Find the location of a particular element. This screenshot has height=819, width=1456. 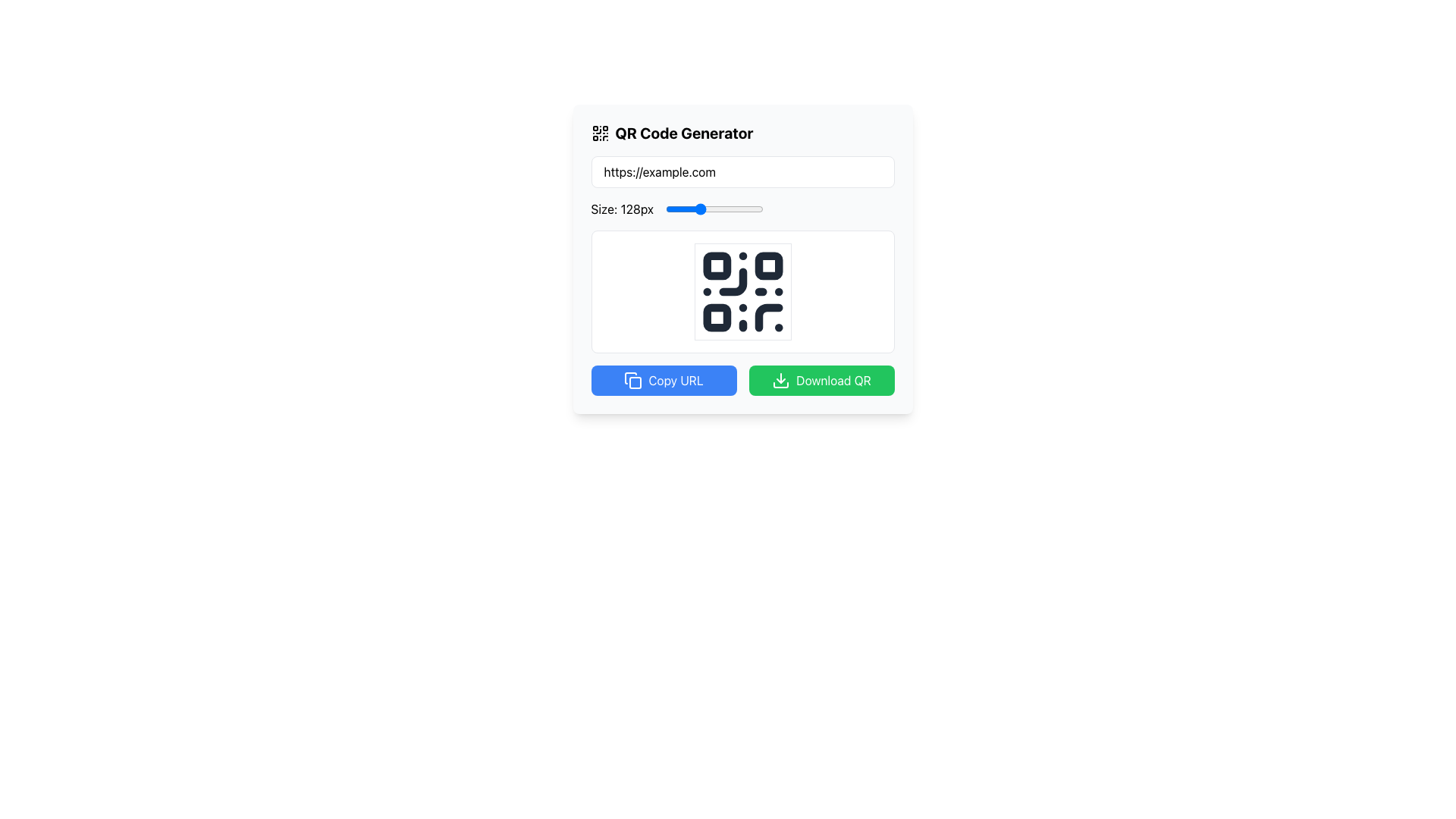

the QR code size is located at coordinates (677, 209).